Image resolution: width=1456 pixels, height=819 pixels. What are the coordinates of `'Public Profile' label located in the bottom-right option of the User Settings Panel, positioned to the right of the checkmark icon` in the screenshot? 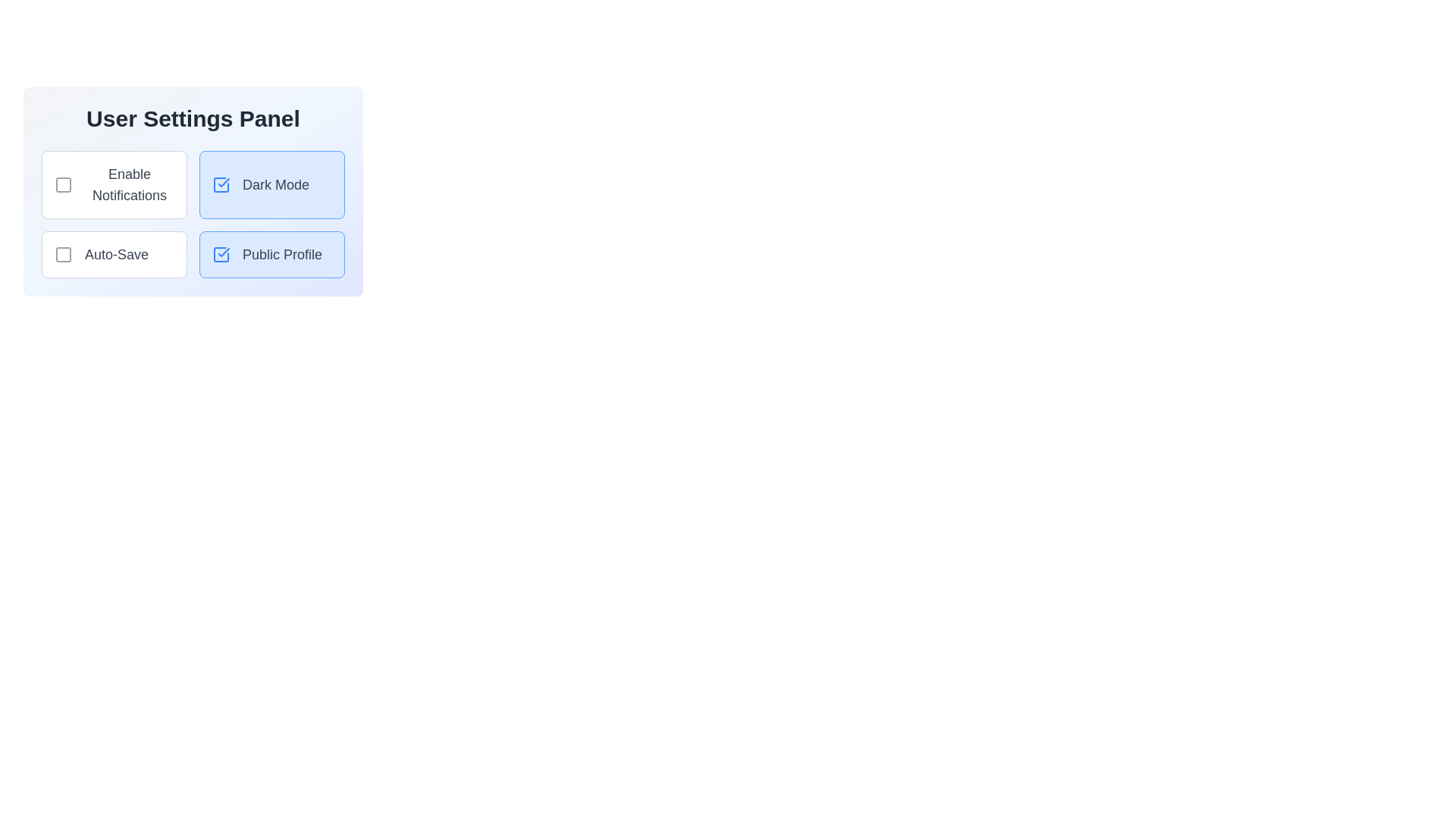 It's located at (282, 253).